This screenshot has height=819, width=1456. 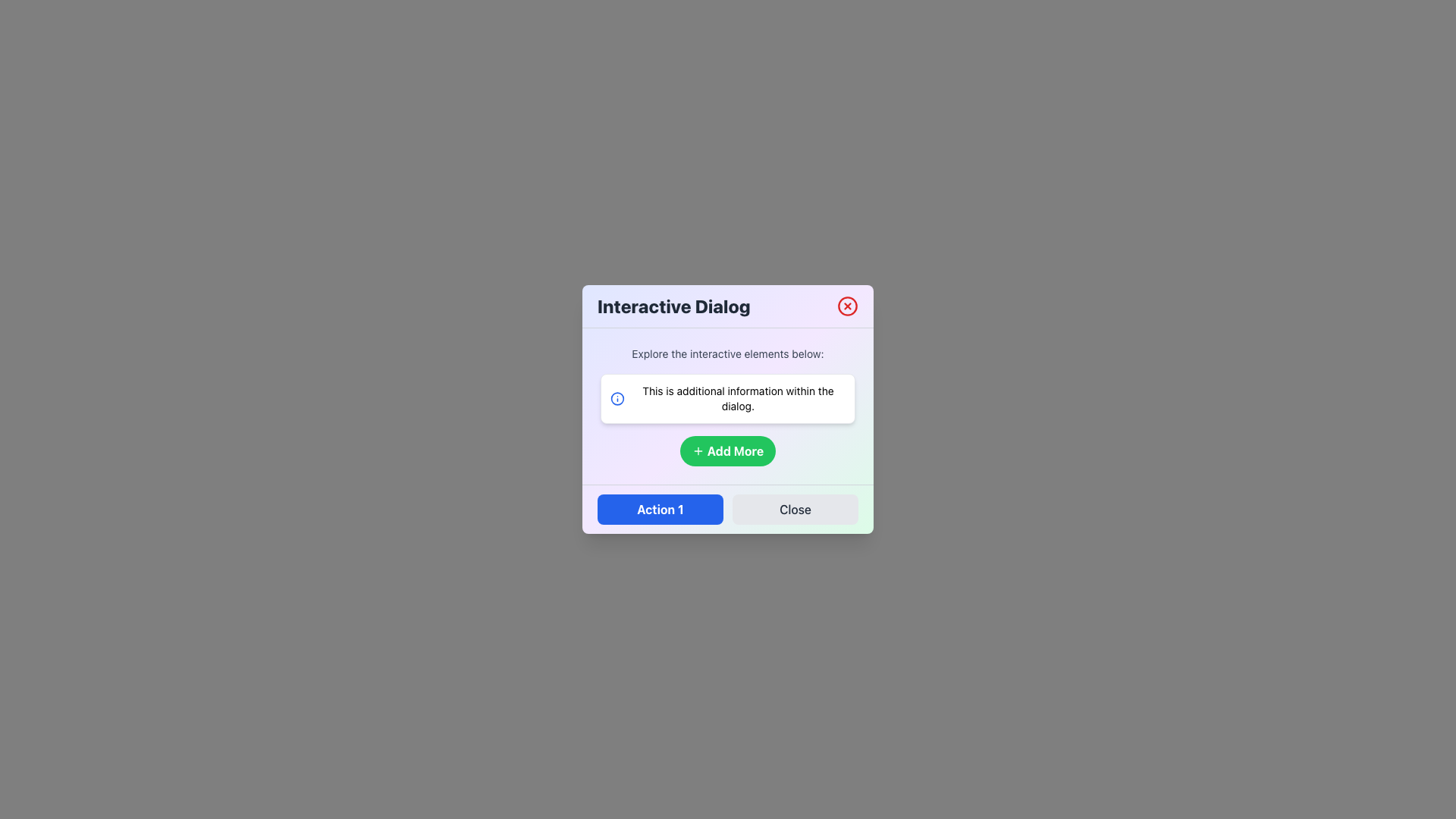 I want to click on informational text from the Text Label positioned in the middle of the dialog box, next to an icon, so click(x=738, y=397).